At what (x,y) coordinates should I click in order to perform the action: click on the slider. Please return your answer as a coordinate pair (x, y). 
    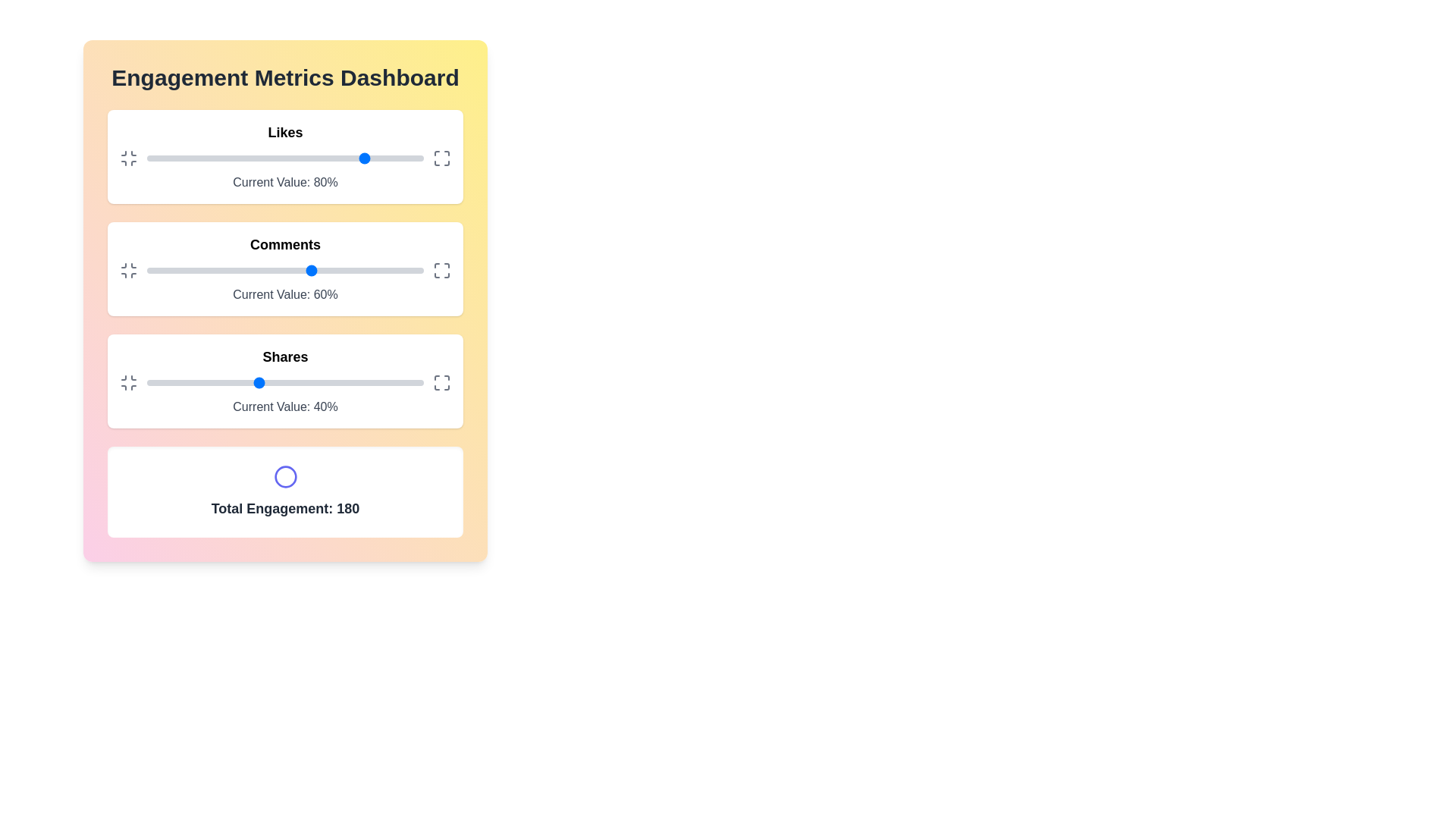
    Looking at the image, I should click on (243, 158).